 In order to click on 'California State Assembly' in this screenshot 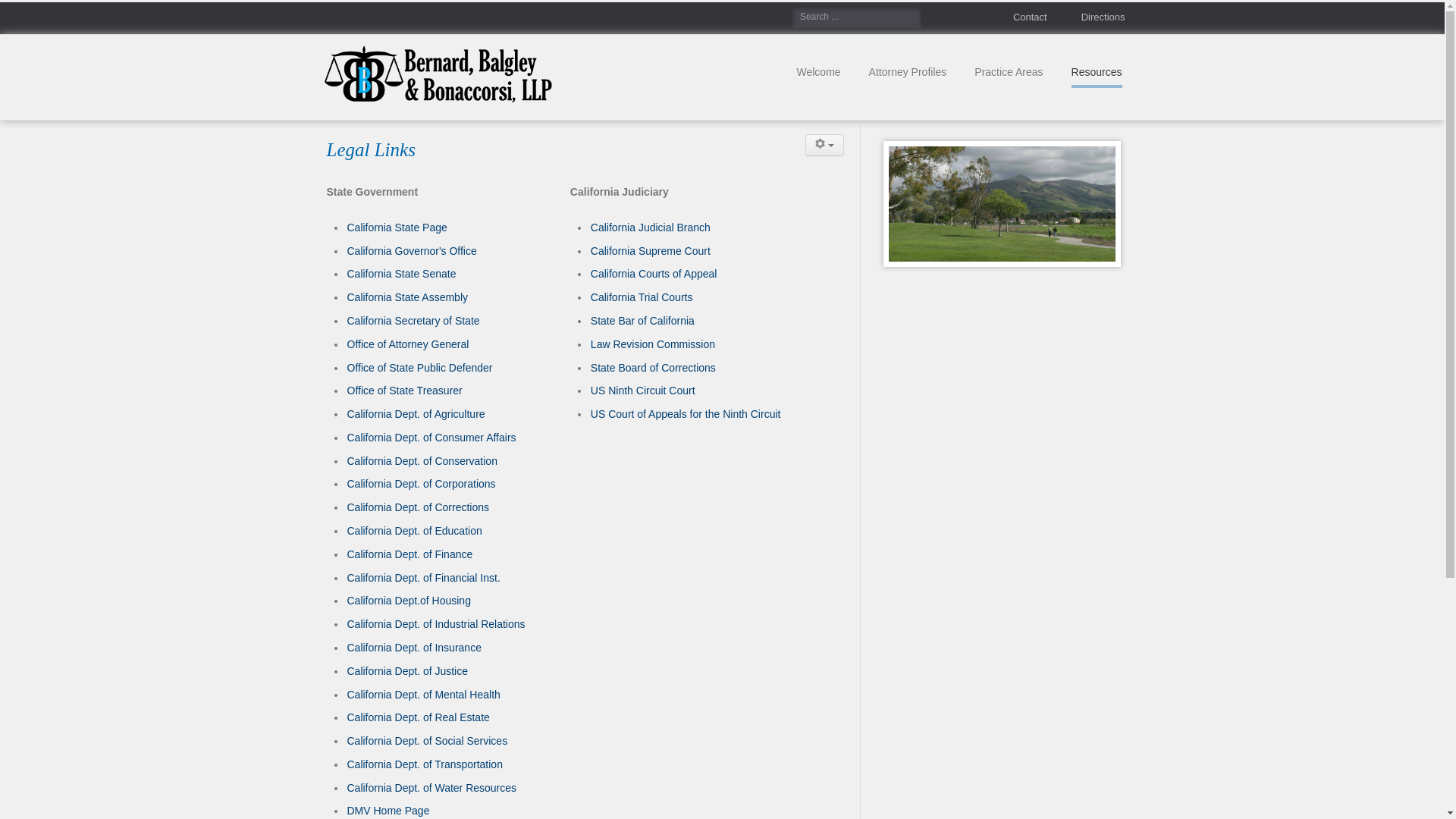, I will do `click(346, 297)`.